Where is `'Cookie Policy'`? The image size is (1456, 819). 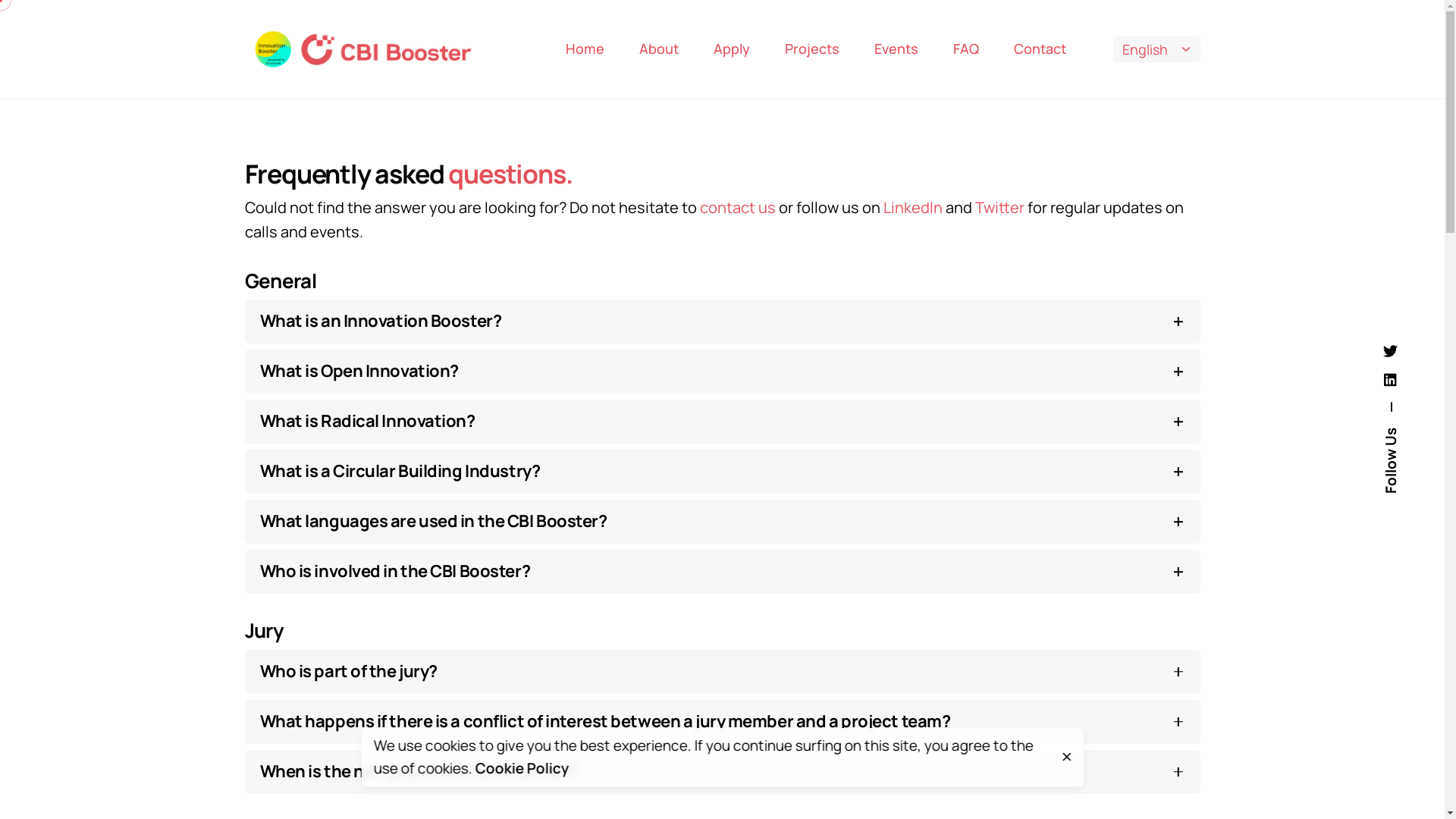
'Cookie Policy' is located at coordinates (521, 768).